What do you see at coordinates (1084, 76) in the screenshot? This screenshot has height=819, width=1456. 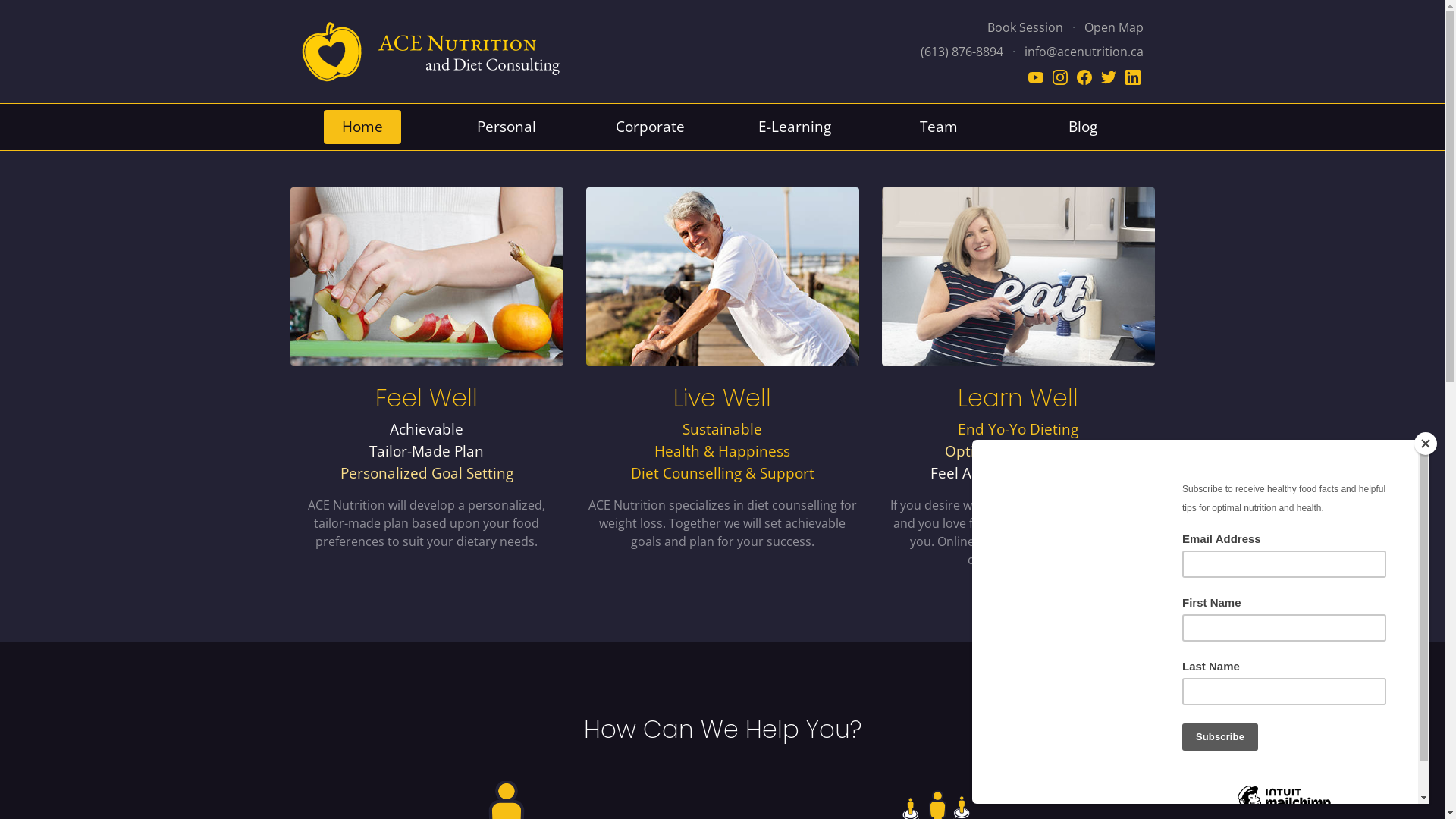 I see `'Facebook'` at bounding box center [1084, 76].